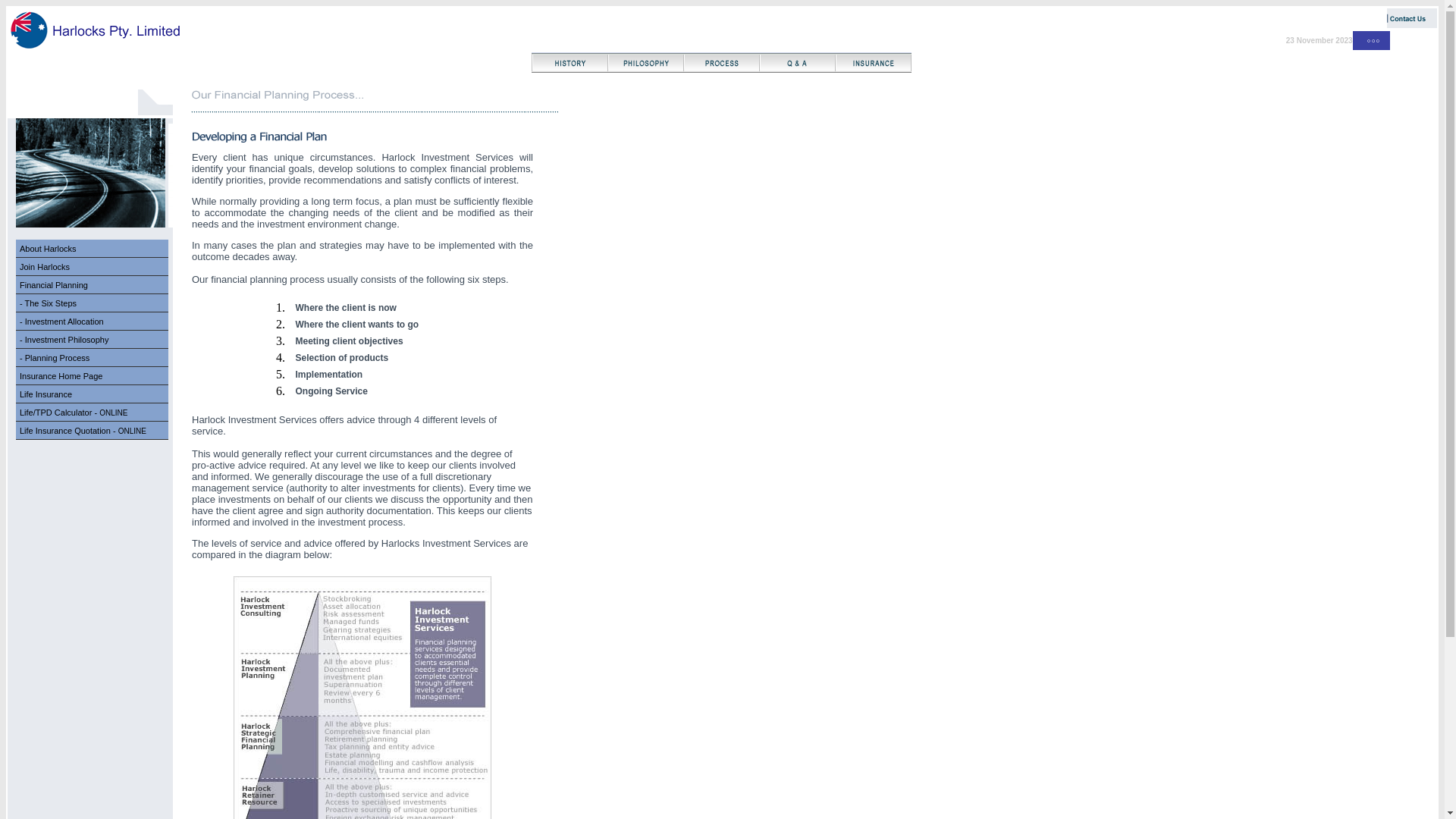 Image resolution: width=1456 pixels, height=819 pixels. Describe the element at coordinates (91, 303) in the screenshot. I see `'- The Six Steps'` at that location.